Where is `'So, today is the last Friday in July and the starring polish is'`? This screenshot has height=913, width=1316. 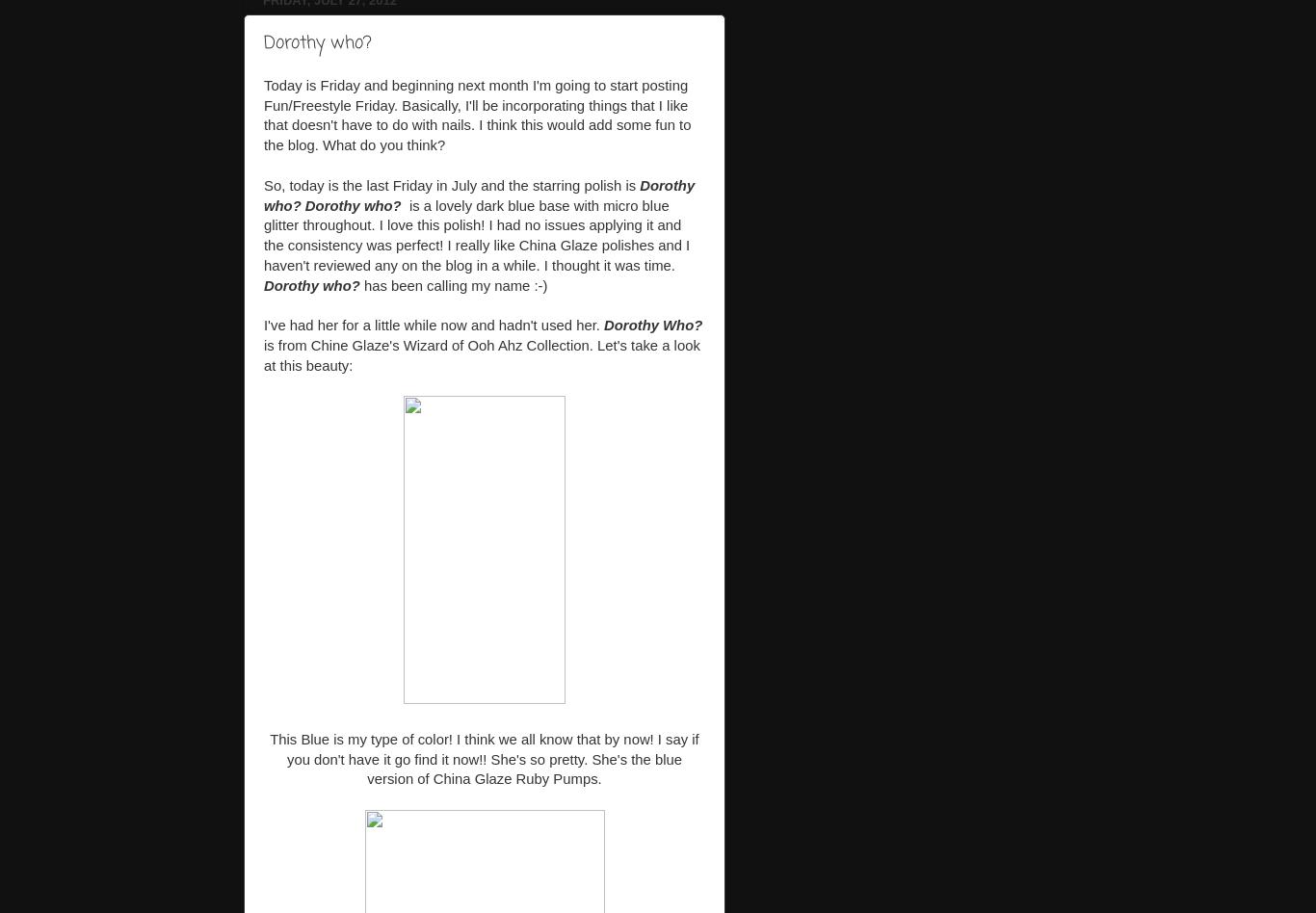 'So, today is the last Friday in July and the starring polish is' is located at coordinates (451, 183).